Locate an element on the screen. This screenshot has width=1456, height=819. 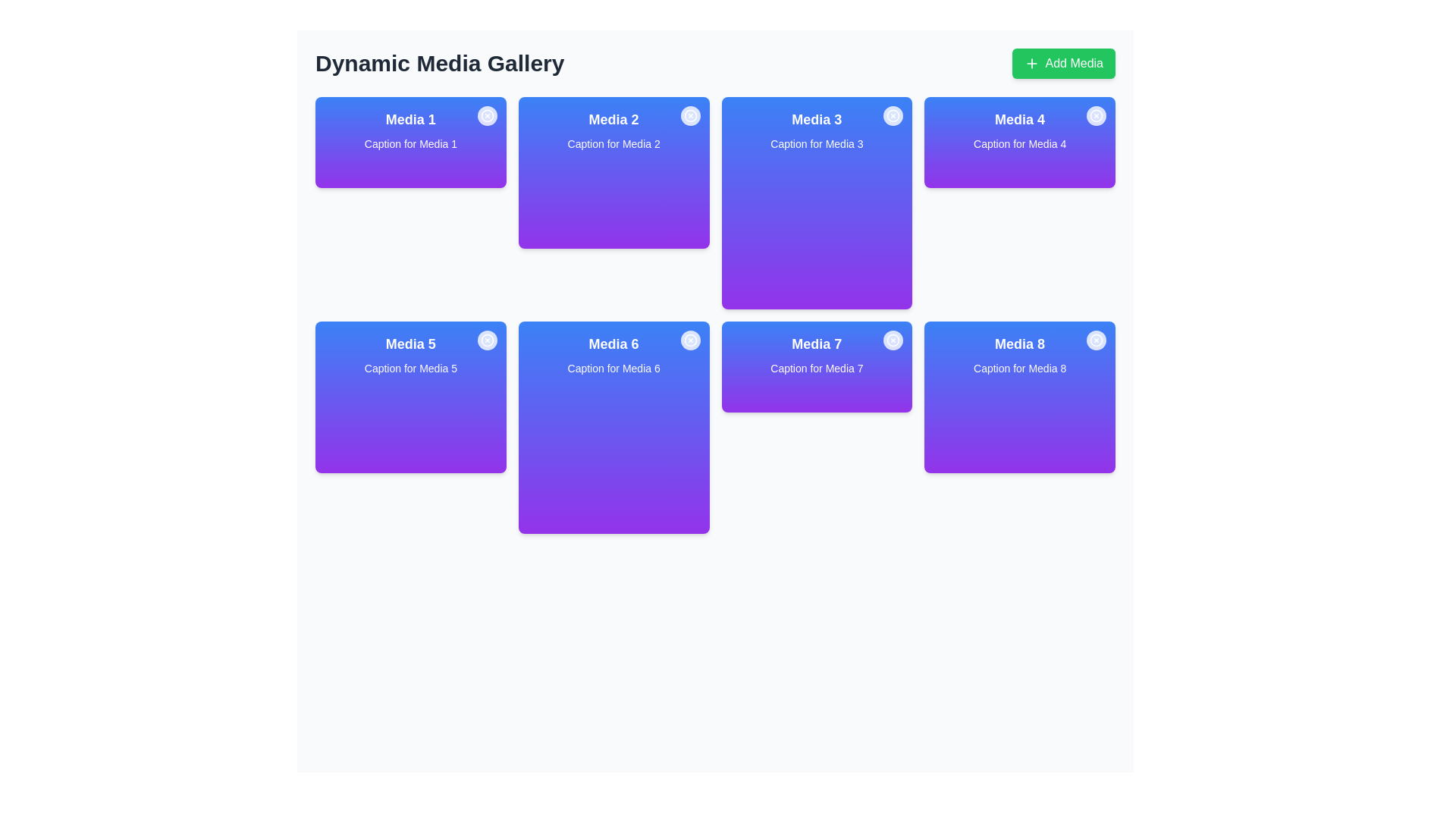
the close button icon located at the top-right corner of the card labeled 'Media 6' is located at coordinates (689, 339).